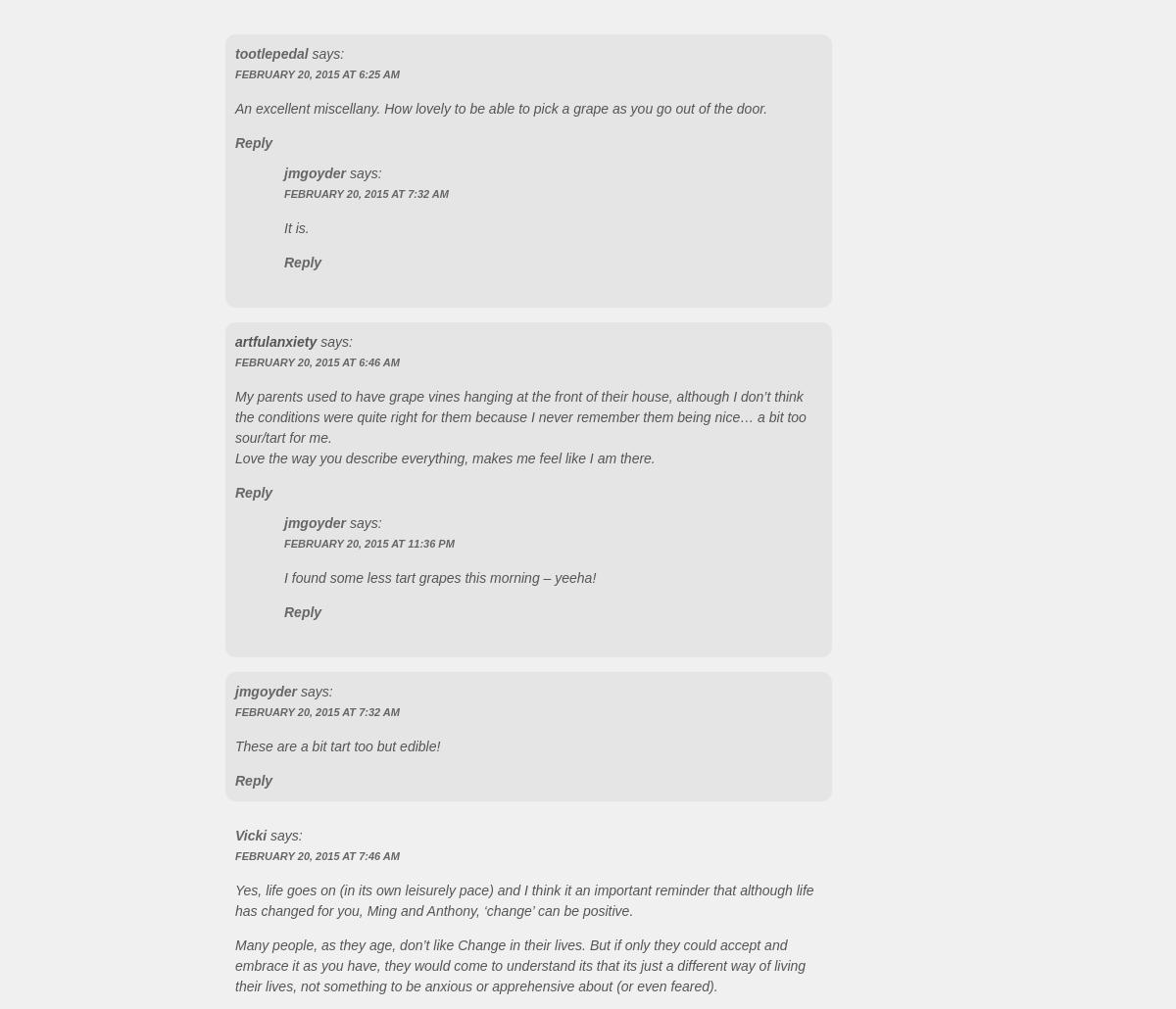 The height and width of the screenshot is (1009, 1176). I want to click on 'Vicki', so click(249, 834).